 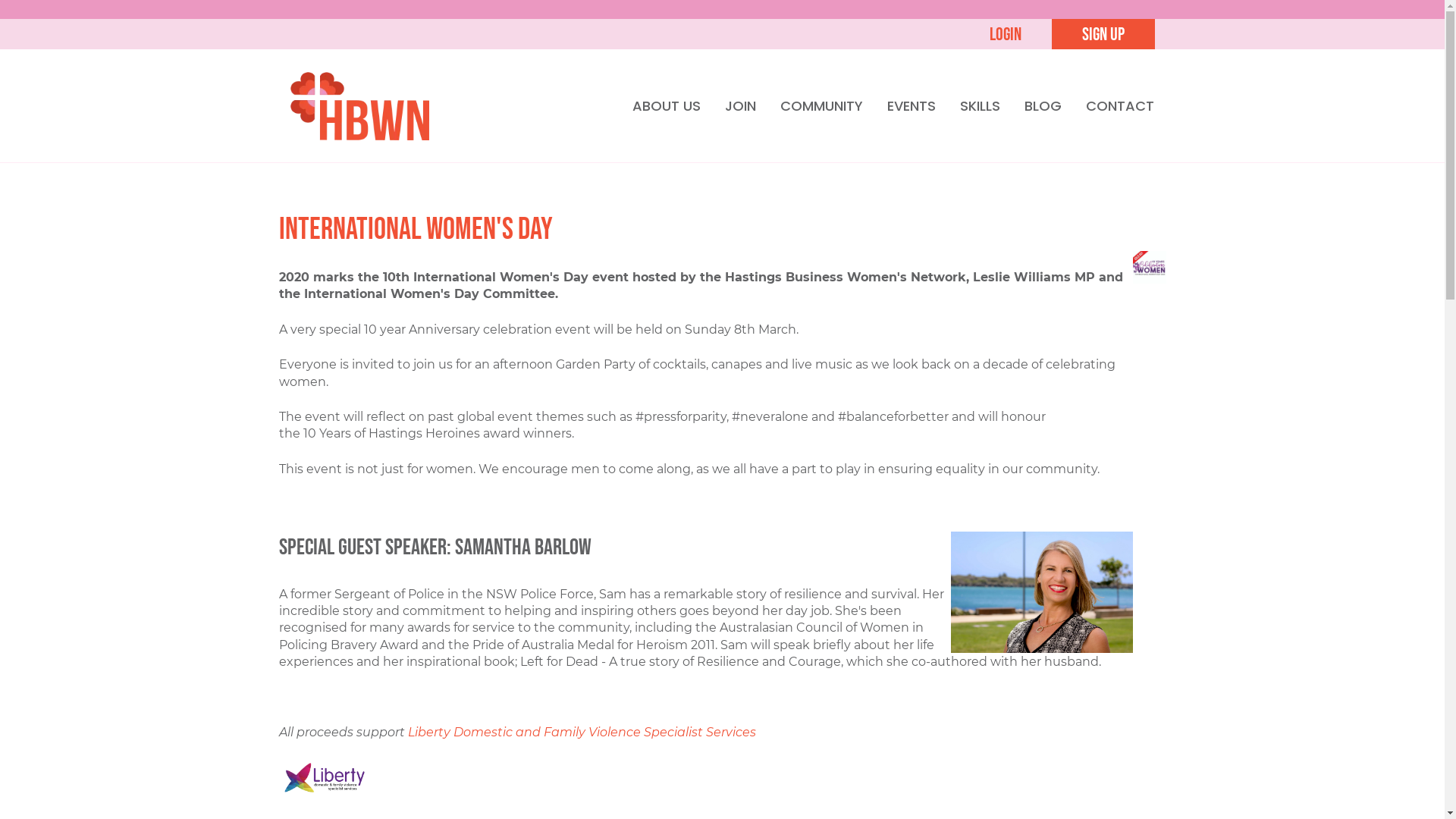 What do you see at coordinates (581, 731) in the screenshot?
I see `'Liberty Domestic and Family Violence Specialist Services'` at bounding box center [581, 731].